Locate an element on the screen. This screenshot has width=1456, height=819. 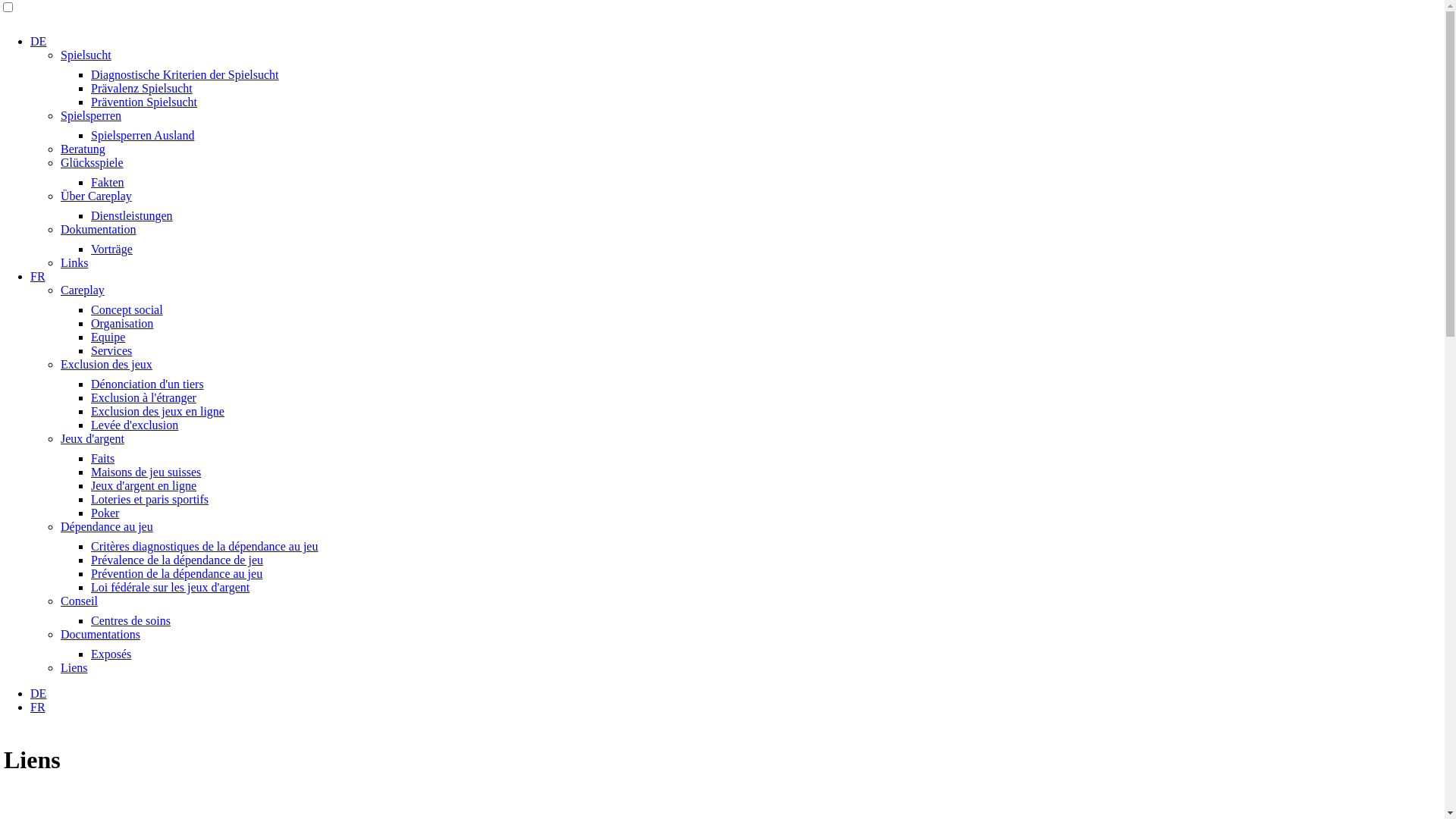
'Concept social' is located at coordinates (127, 309).